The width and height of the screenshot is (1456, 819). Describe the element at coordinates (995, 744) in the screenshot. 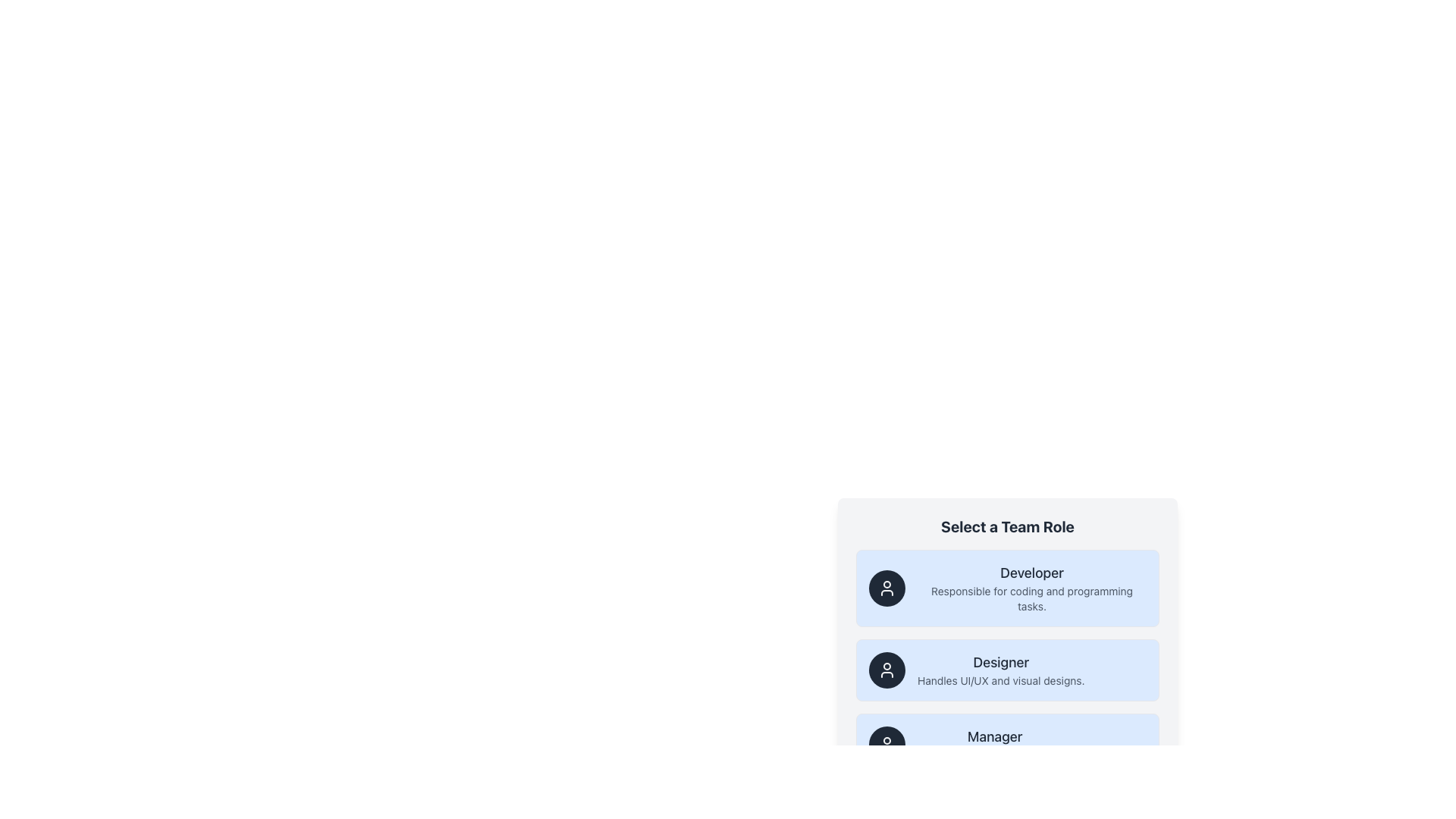

I see `the List Item displaying 'Manager' with the description 'Supervises project progression.'` at that location.